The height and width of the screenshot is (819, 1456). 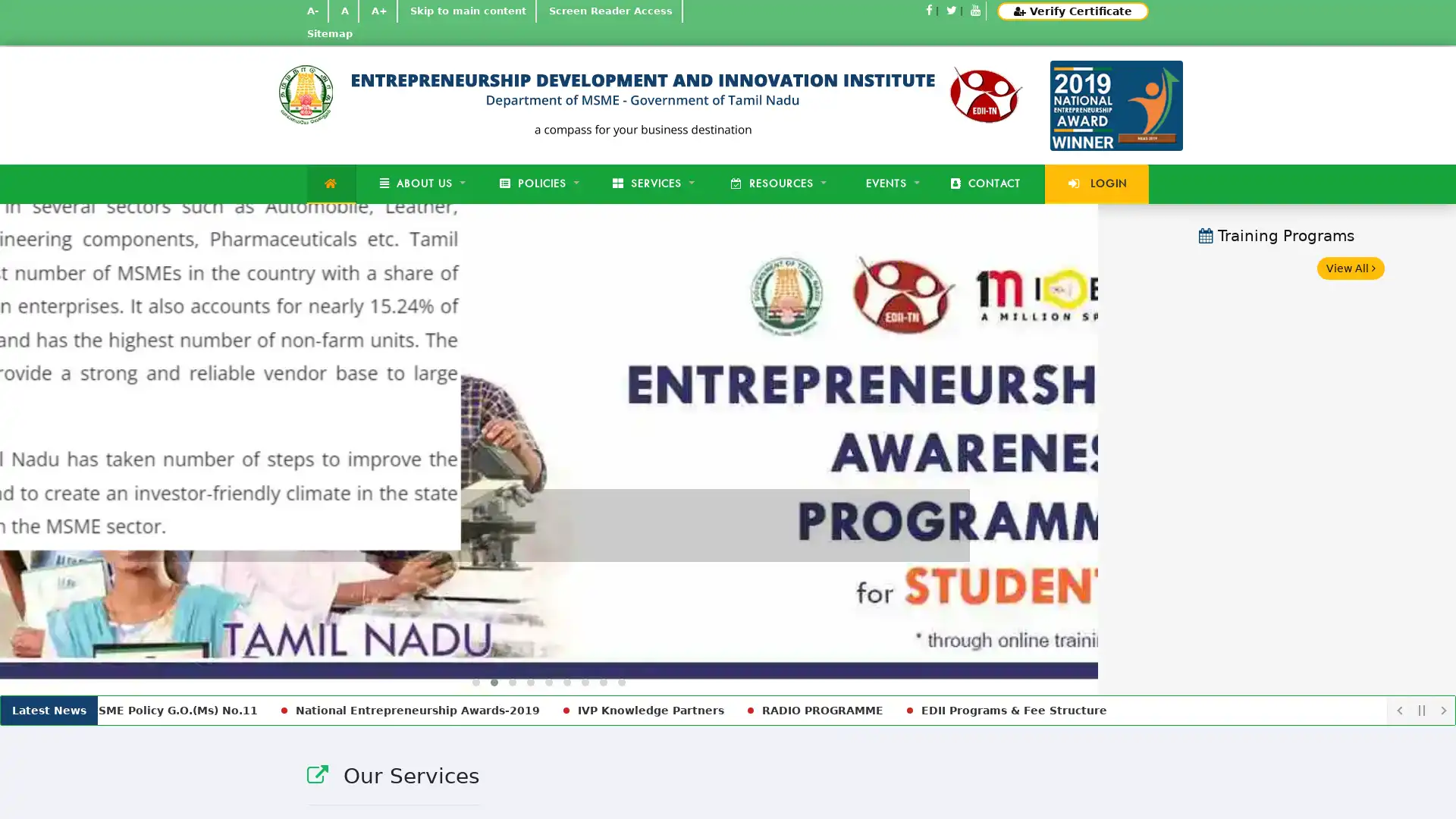 I want to click on Previous, so click(x=30, y=433).